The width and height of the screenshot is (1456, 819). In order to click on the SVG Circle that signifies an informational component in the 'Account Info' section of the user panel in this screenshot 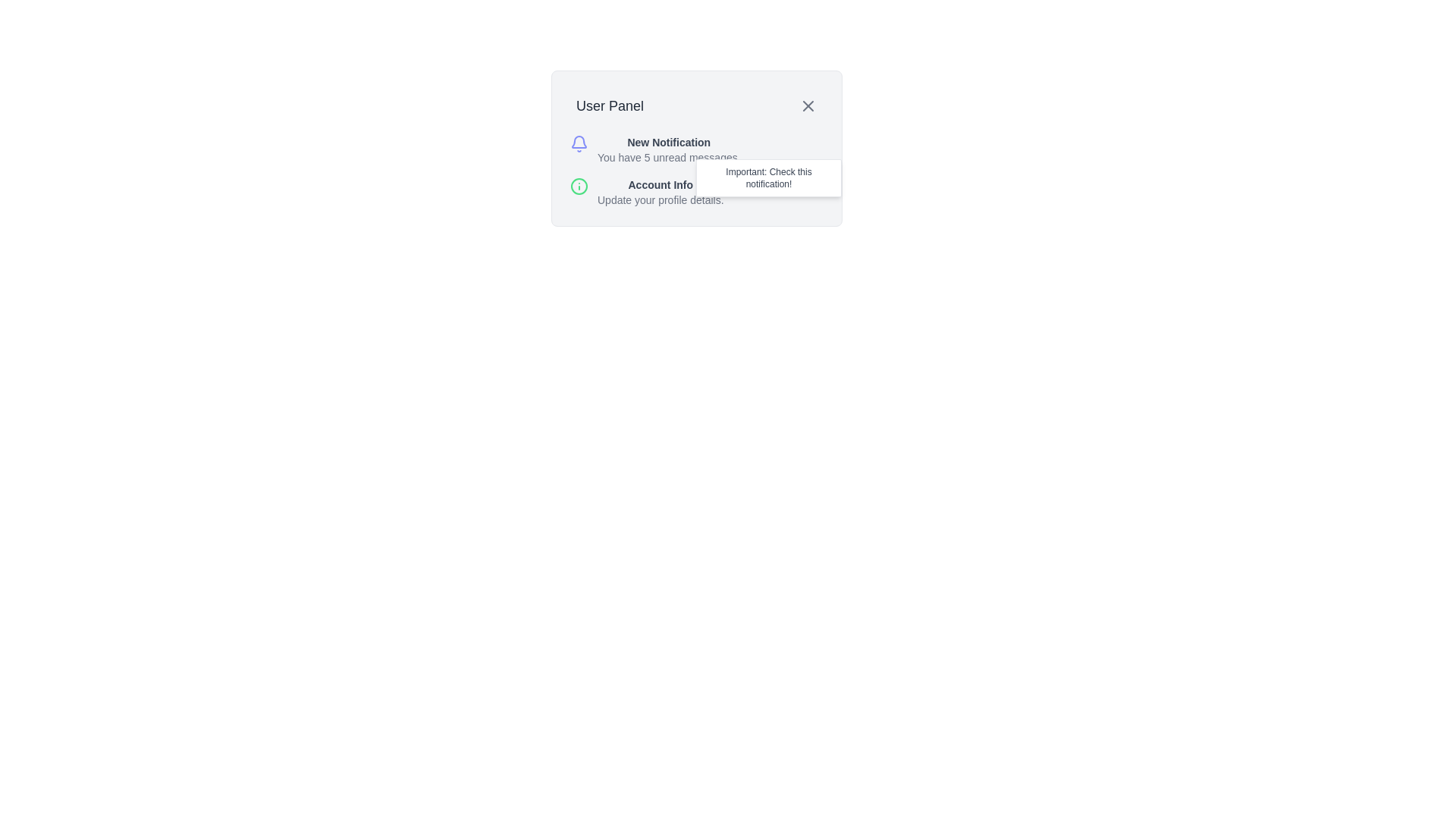, I will do `click(578, 186)`.